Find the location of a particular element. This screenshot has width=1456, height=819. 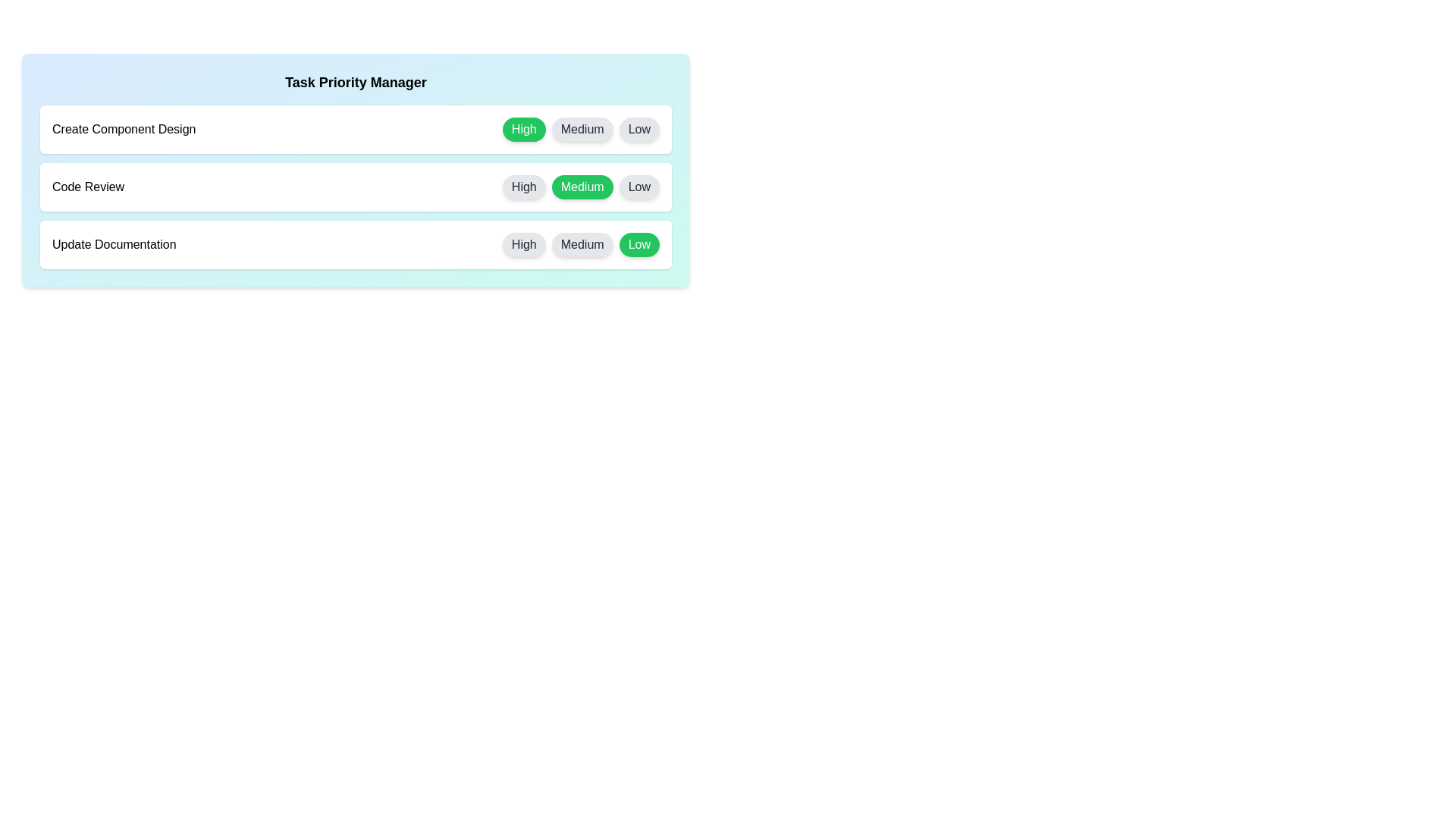

the priority button labeled High for the task Create Component Design is located at coordinates (524, 128).